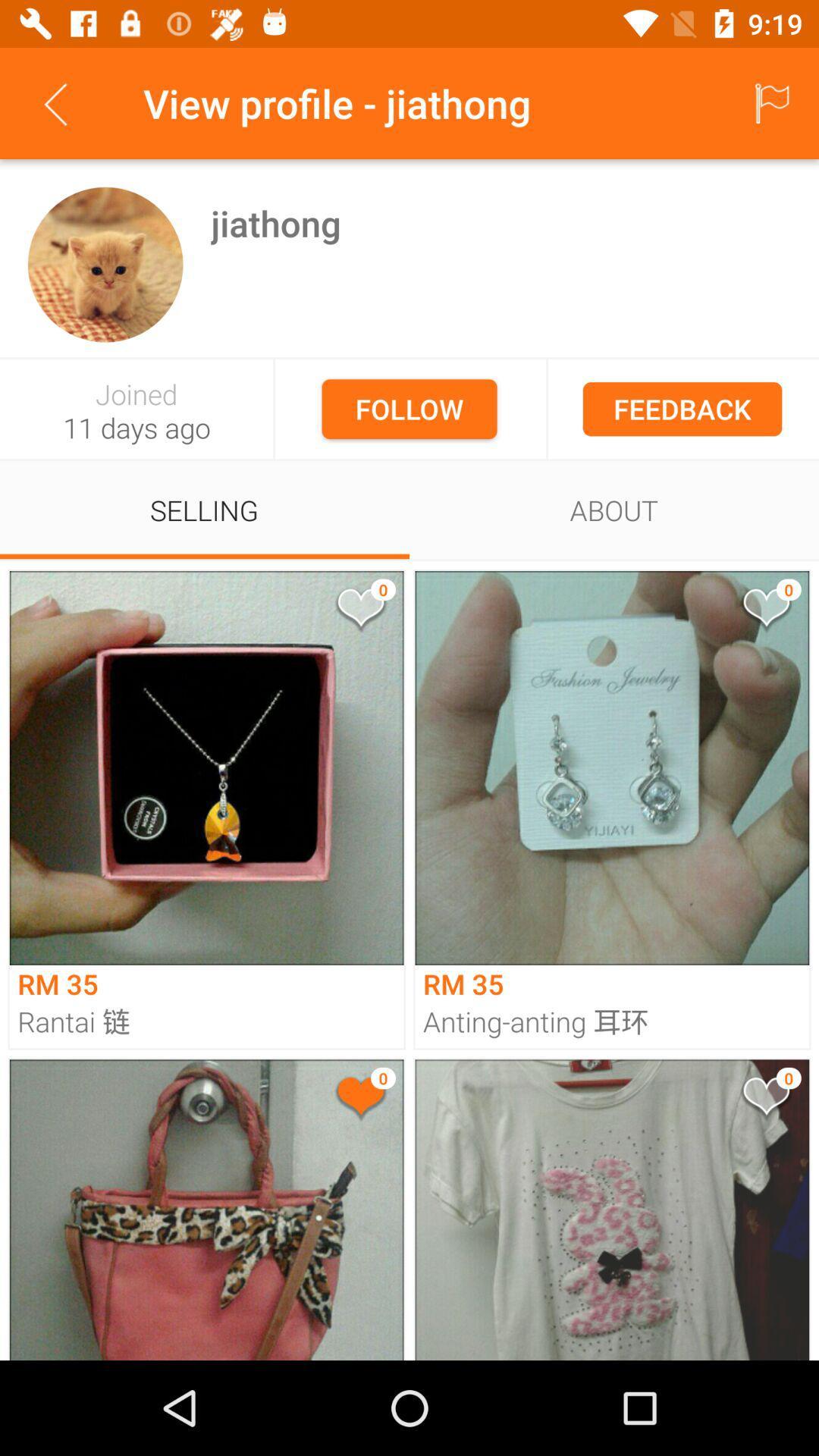  What do you see at coordinates (771, 102) in the screenshot?
I see `the icon next to view profile - jiathong icon` at bounding box center [771, 102].